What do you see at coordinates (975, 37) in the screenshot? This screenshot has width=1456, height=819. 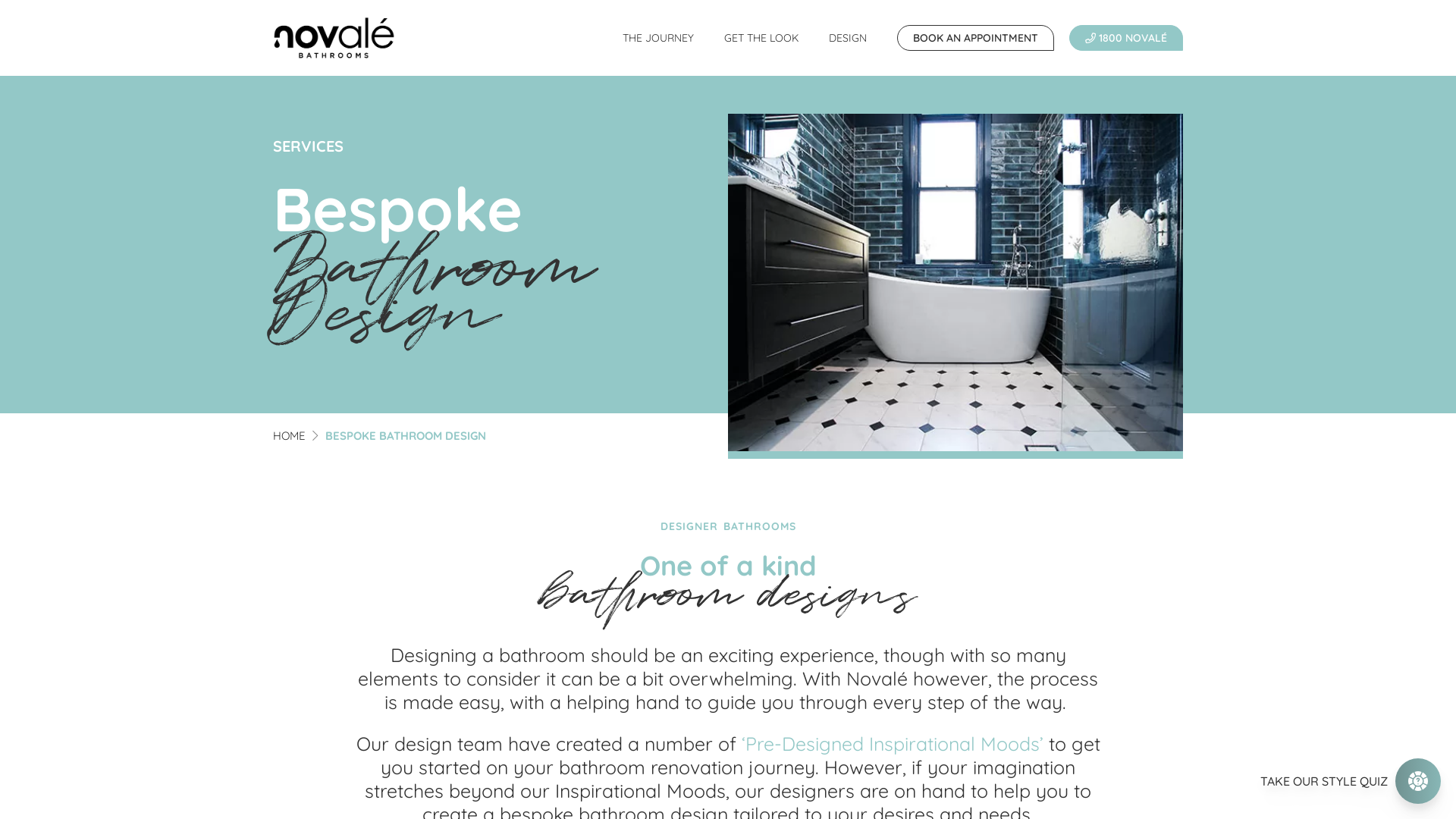 I see `'BOOK AN APPOINTMENT'` at bounding box center [975, 37].